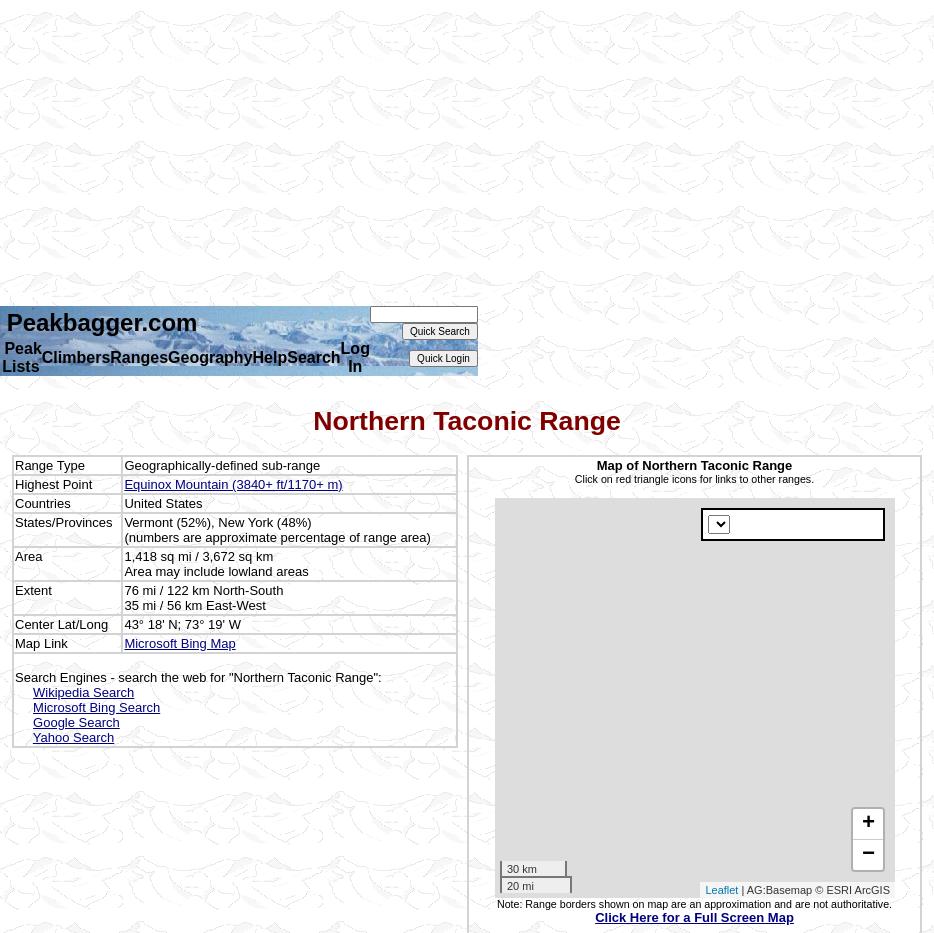 The height and width of the screenshot is (933, 934). Describe the element at coordinates (232, 483) in the screenshot. I see `'Equinox Mountain (3840+ ft/1170+ m)'` at that location.